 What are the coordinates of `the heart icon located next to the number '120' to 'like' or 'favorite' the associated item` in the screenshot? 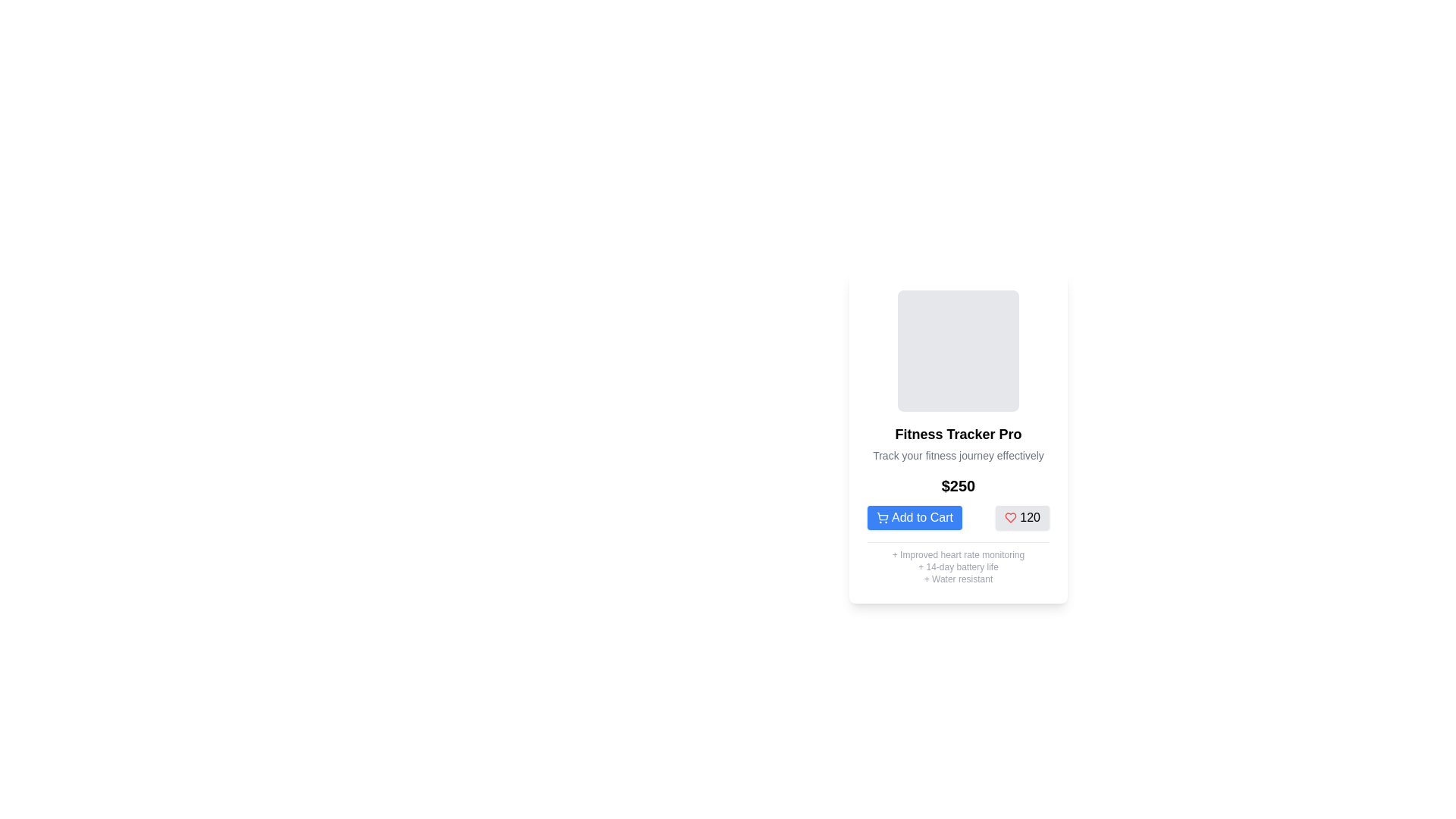 It's located at (1011, 516).